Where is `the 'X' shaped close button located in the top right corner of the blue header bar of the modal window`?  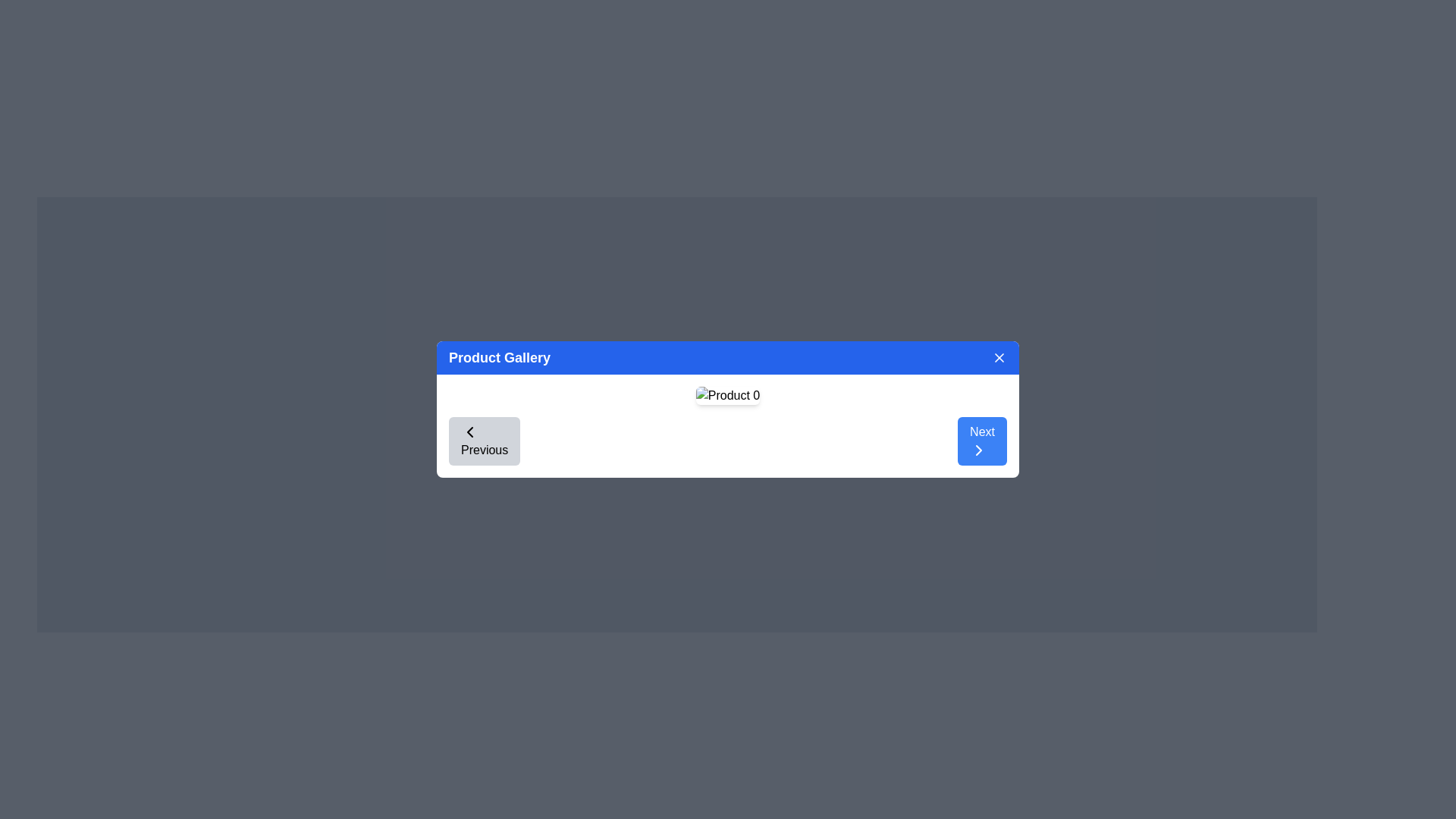 the 'X' shaped close button located in the top right corner of the blue header bar of the modal window is located at coordinates (999, 357).